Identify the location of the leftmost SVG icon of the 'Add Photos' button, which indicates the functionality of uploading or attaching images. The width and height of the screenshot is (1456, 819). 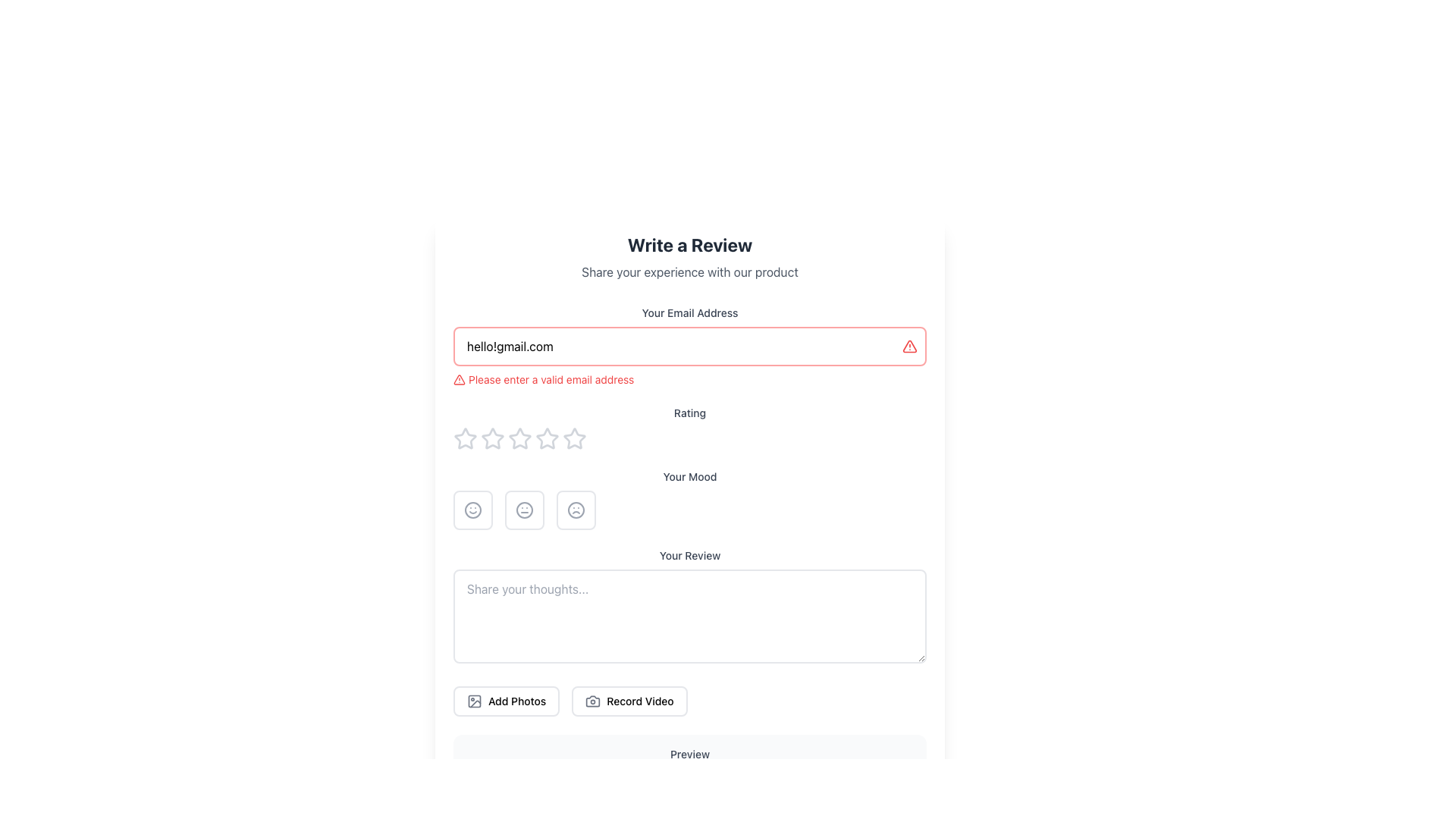
(473, 701).